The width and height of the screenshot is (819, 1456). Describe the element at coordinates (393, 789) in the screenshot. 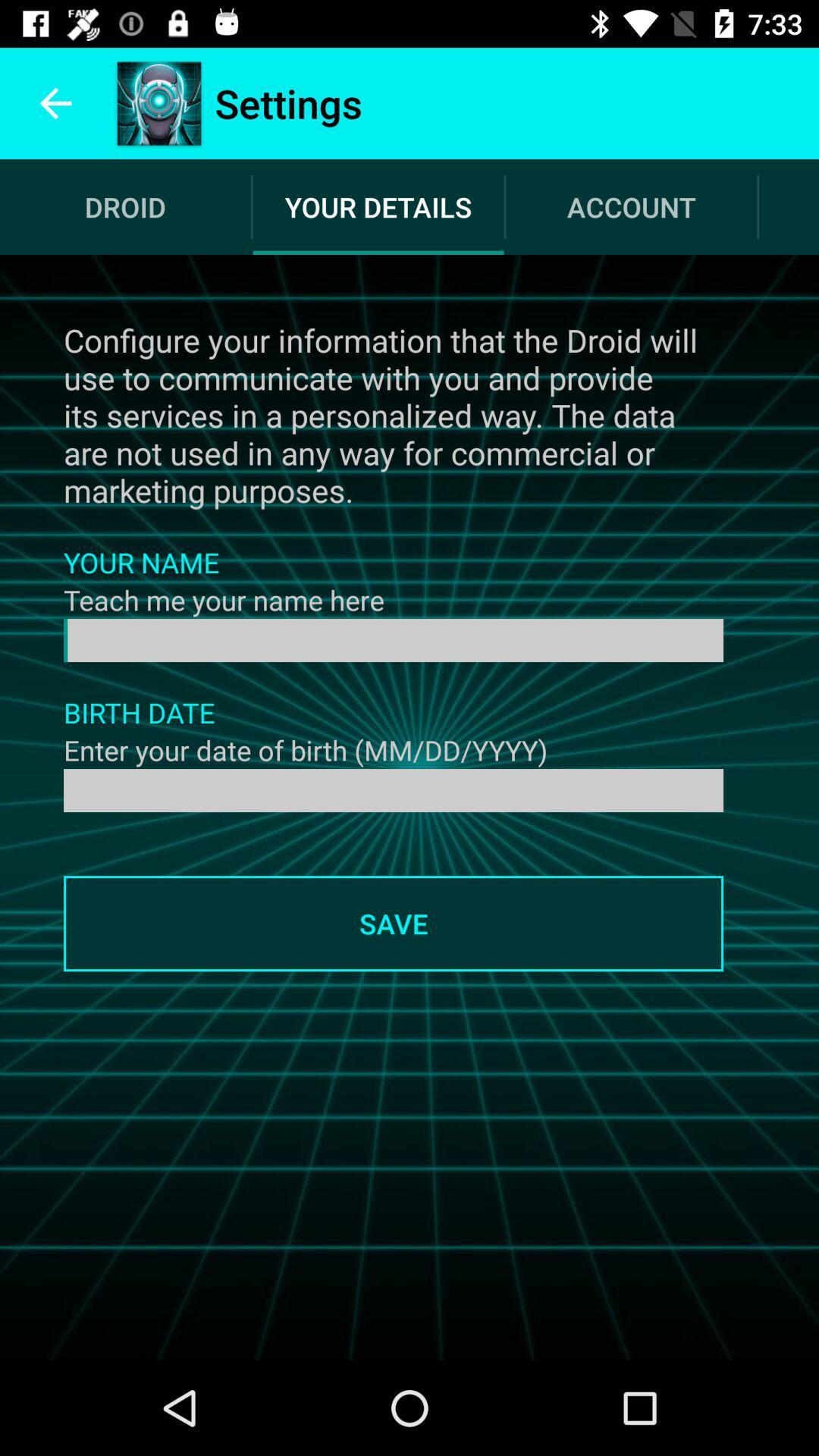

I see `the date of birth details` at that location.